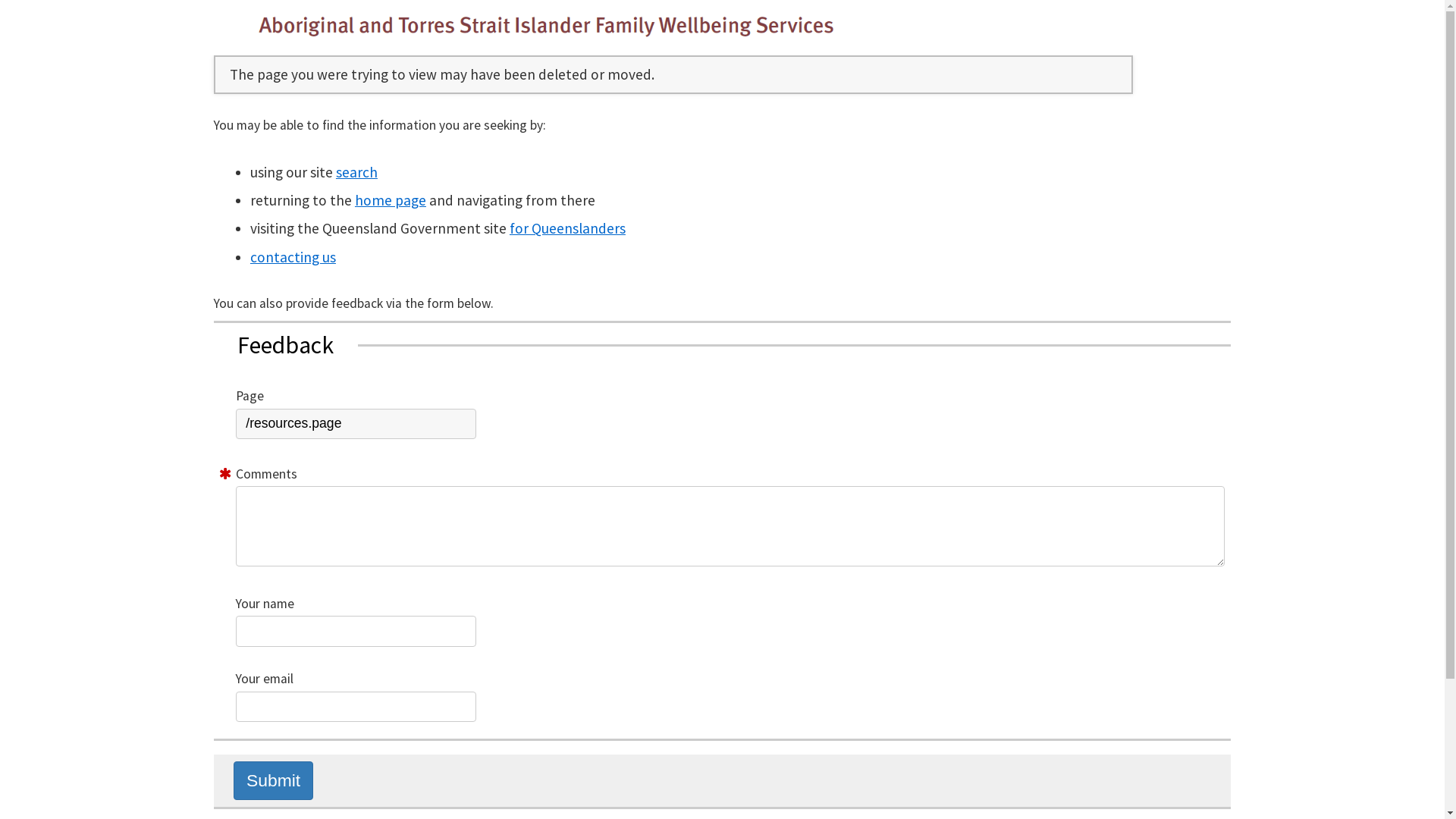  I want to click on 'This field is required', so click(224, 473).